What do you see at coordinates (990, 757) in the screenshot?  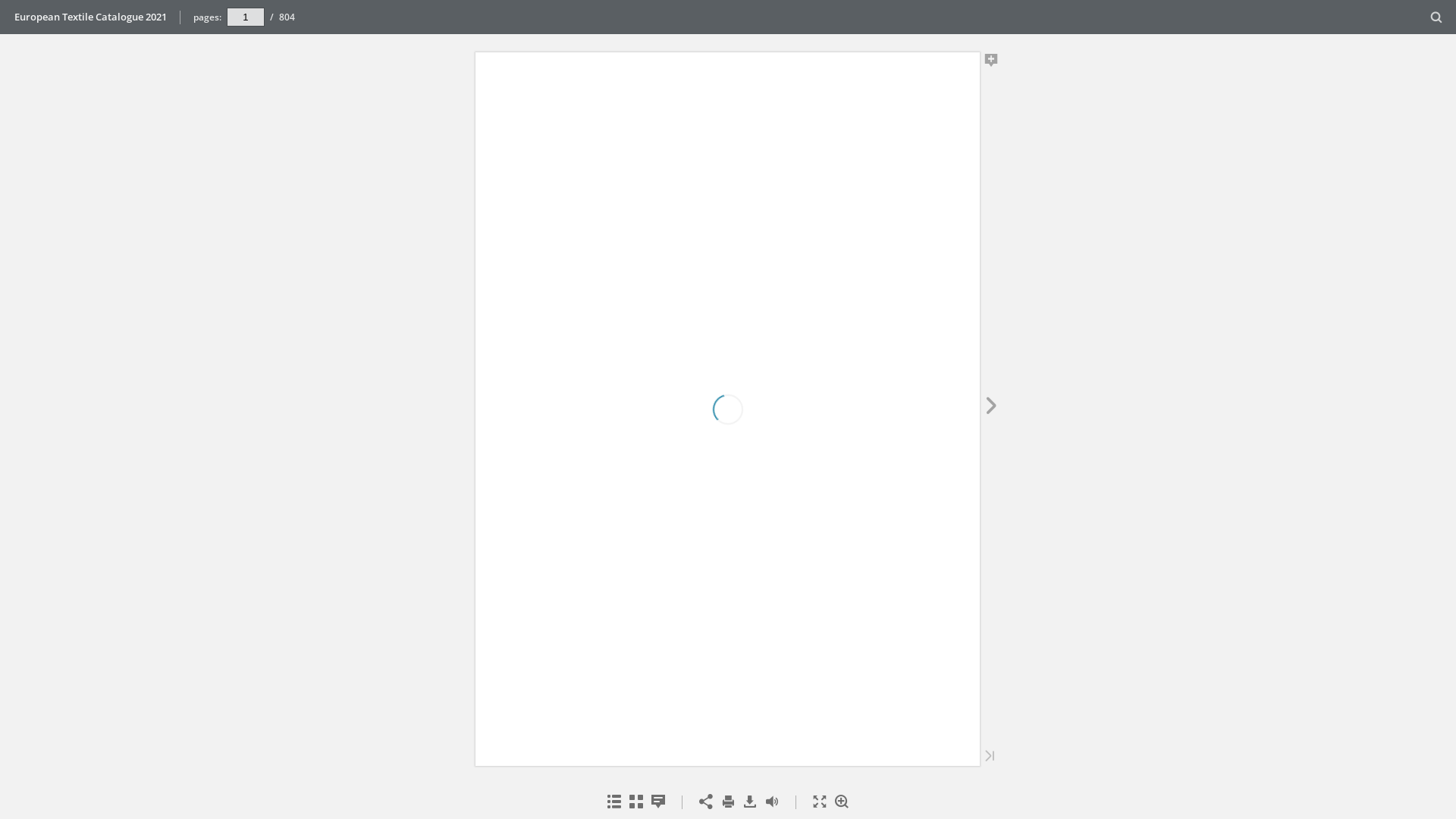 I see `'Last Page'` at bounding box center [990, 757].